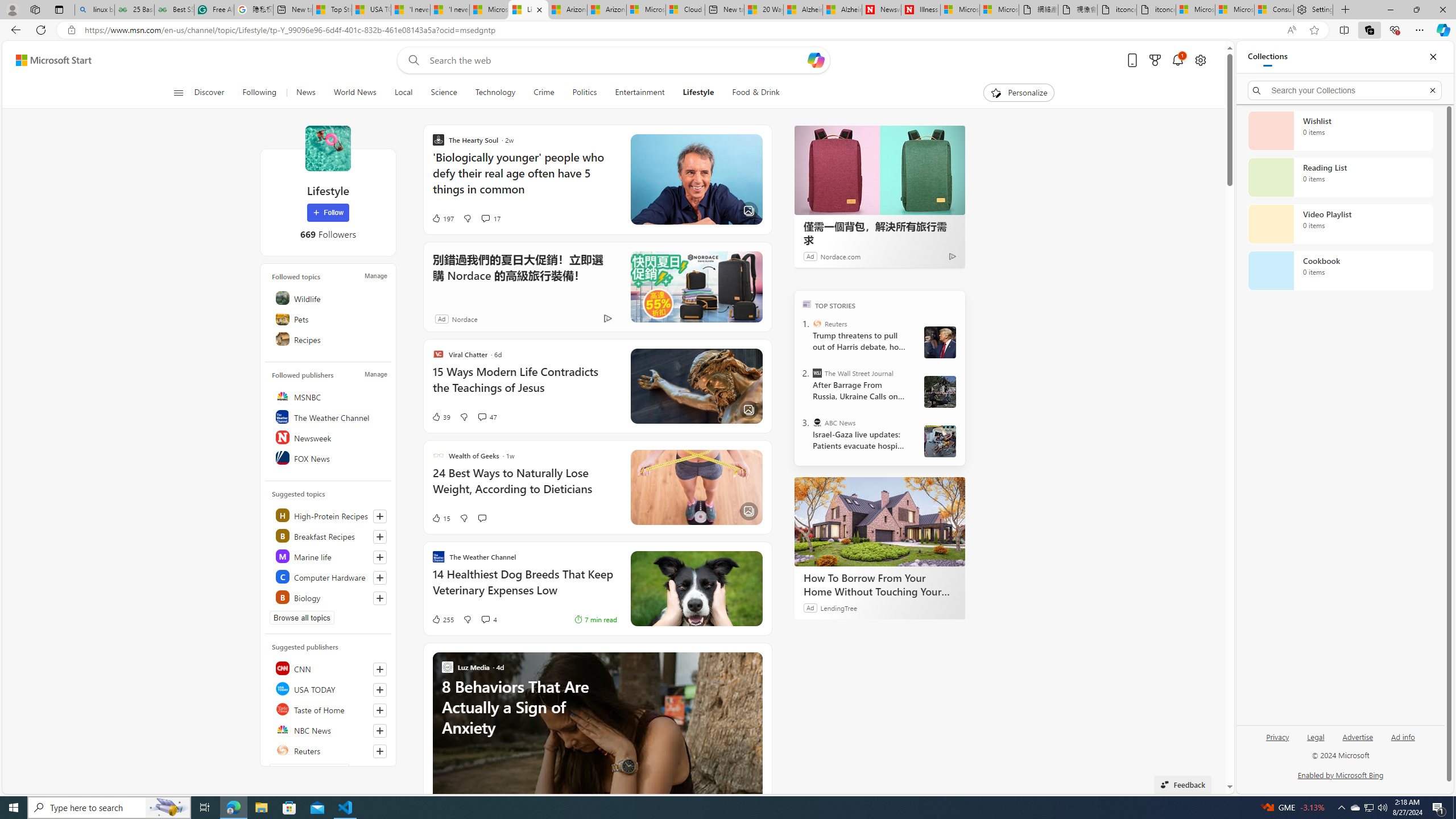 The image size is (1456, 819). Describe the element at coordinates (49, 59) in the screenshot. I see `'Skip to content'` at that location.